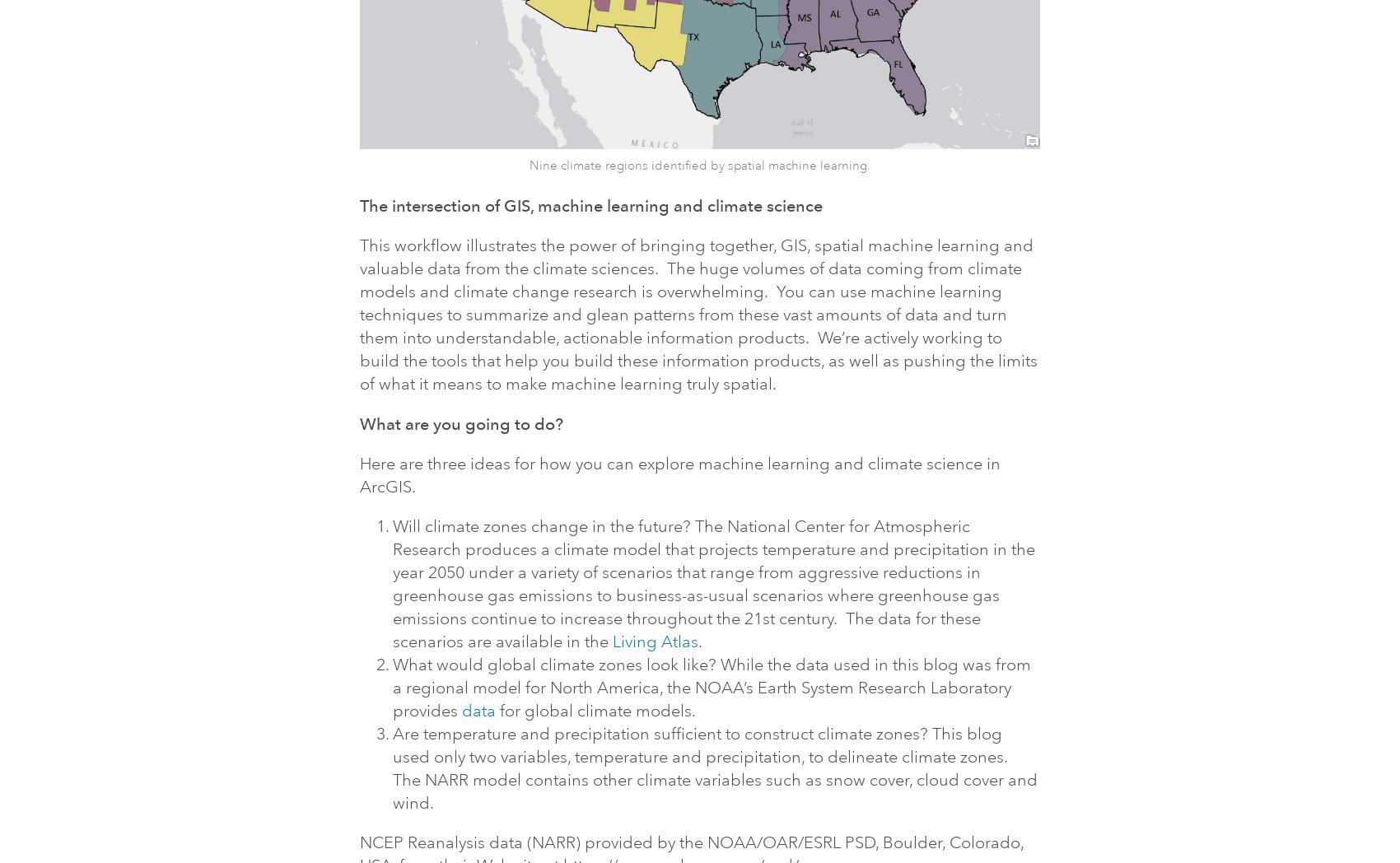  Describe the element at coordinates (698, 165) in the screenshot. I see `'Nine climate regions identified by spatial machine learning.'` at that location.